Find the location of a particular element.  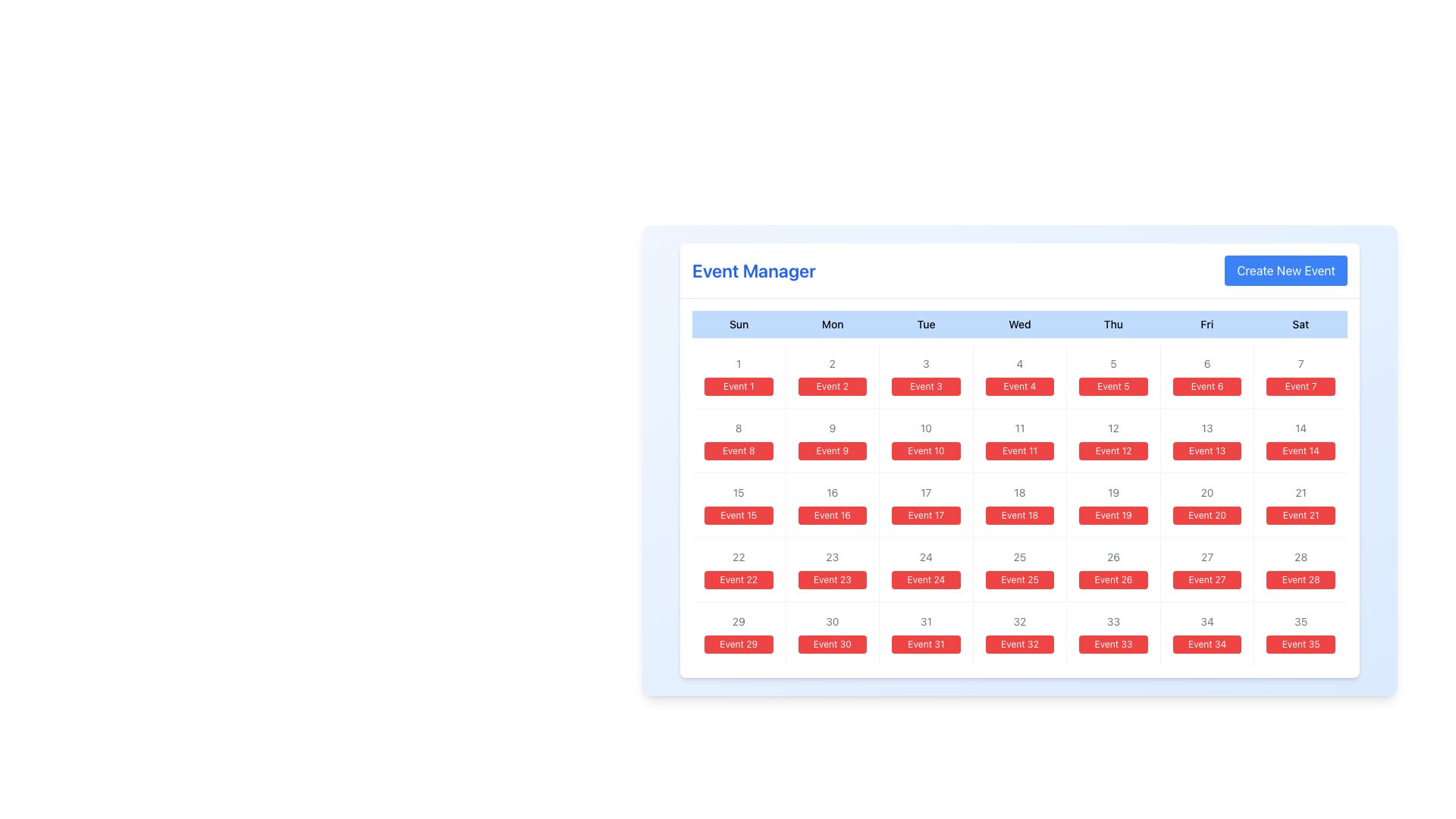

the button labeled 'Event 33' located in the calendar grid, specifically in the sixth column of the row labeled '29-35', using keyboard navigation is located at coordinates (1113, 644).